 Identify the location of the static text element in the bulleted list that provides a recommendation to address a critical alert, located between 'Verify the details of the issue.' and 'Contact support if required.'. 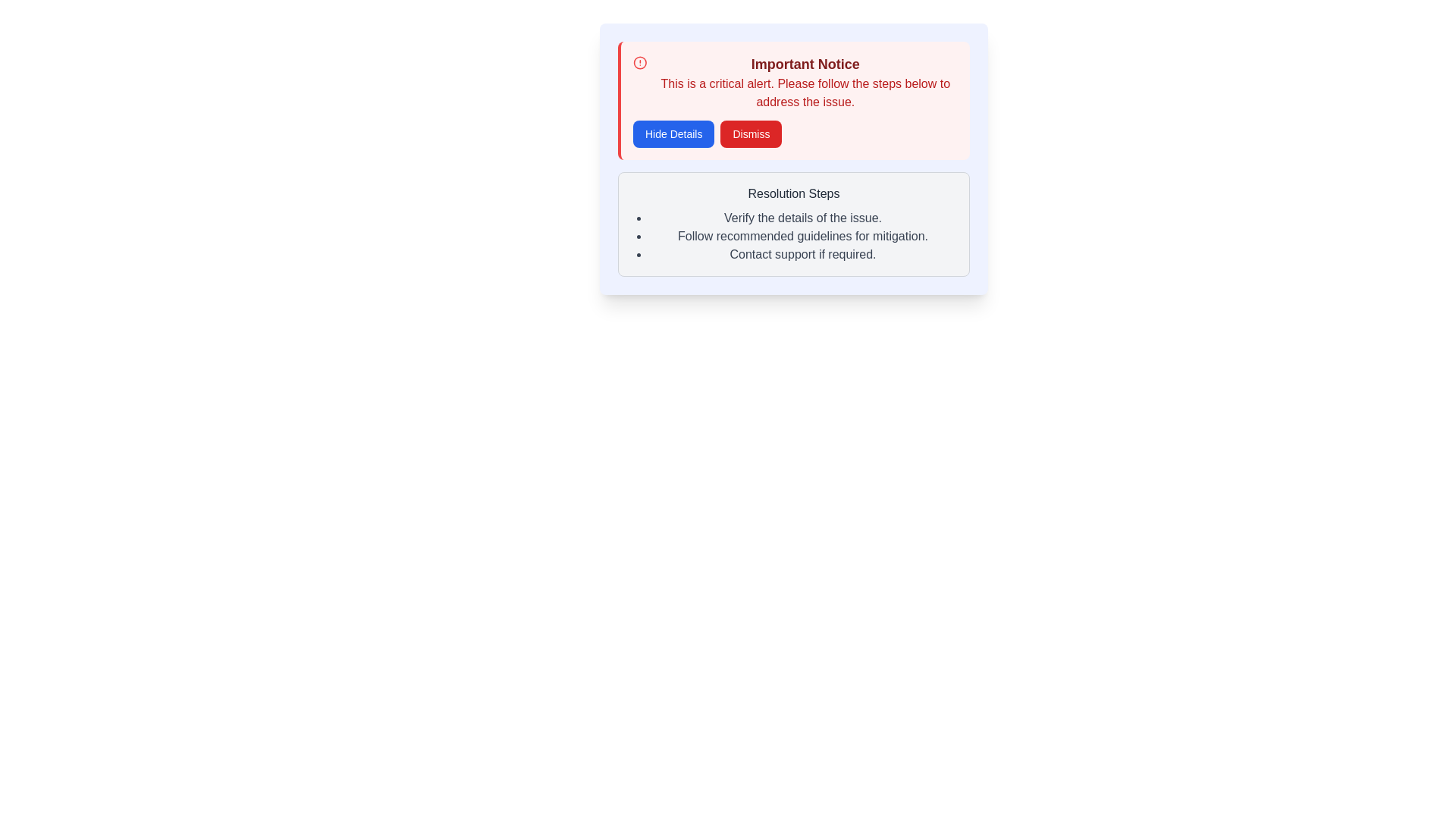
(802, 237).